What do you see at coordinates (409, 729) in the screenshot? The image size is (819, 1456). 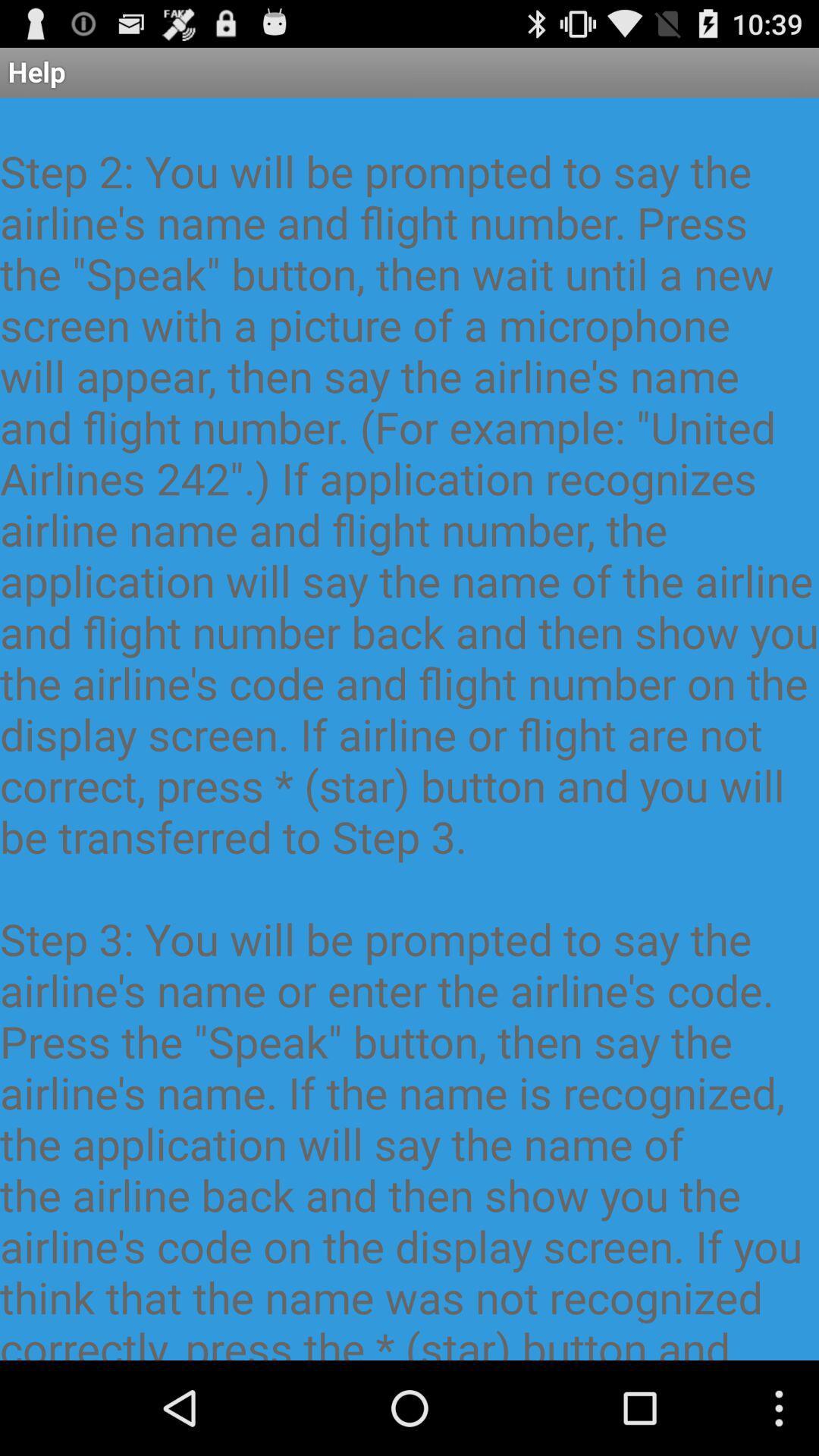 I see `item below the help app` at bounding box center [409, 729].